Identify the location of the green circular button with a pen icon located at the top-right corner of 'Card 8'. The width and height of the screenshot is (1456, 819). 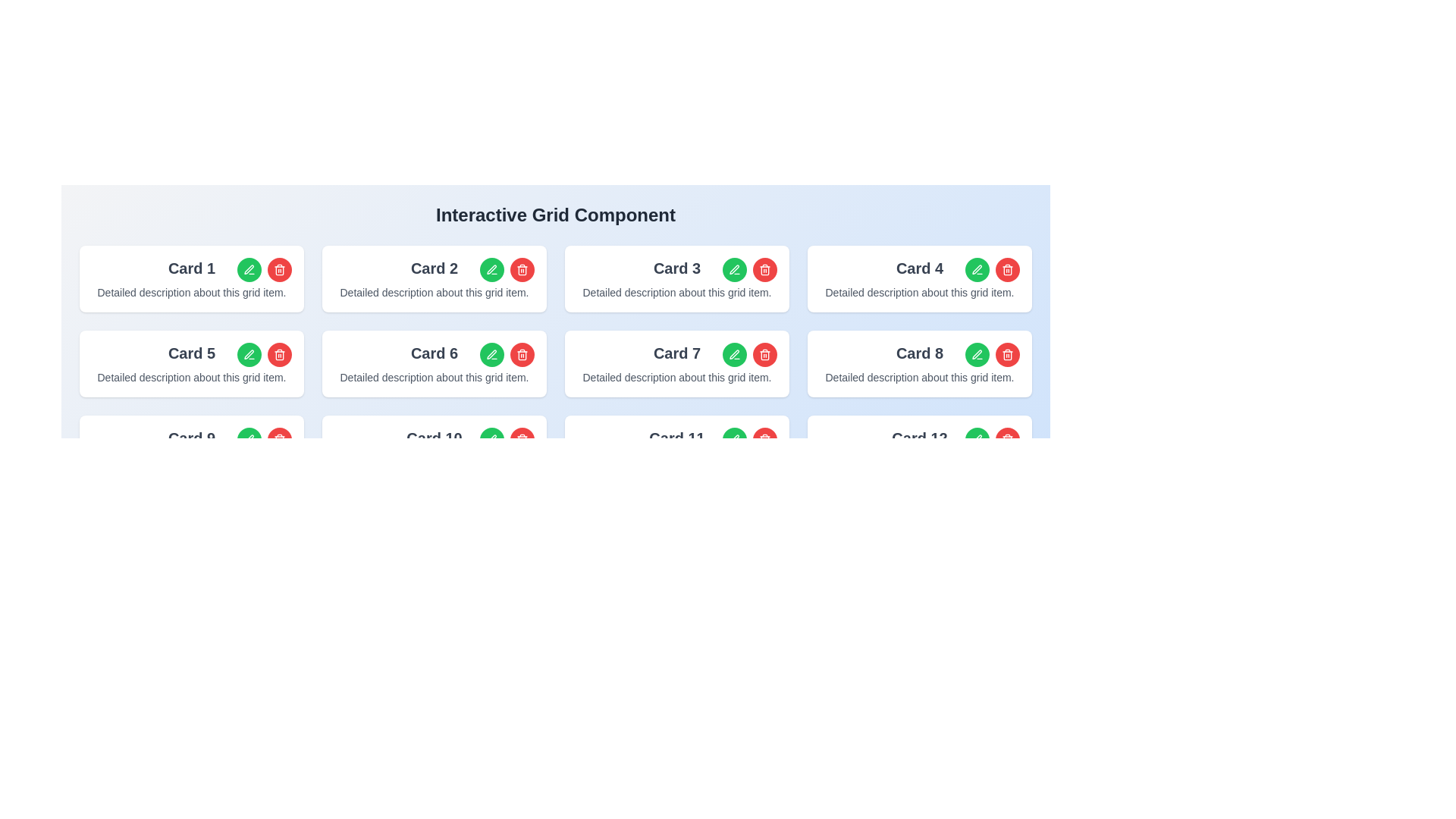
(977, 354).